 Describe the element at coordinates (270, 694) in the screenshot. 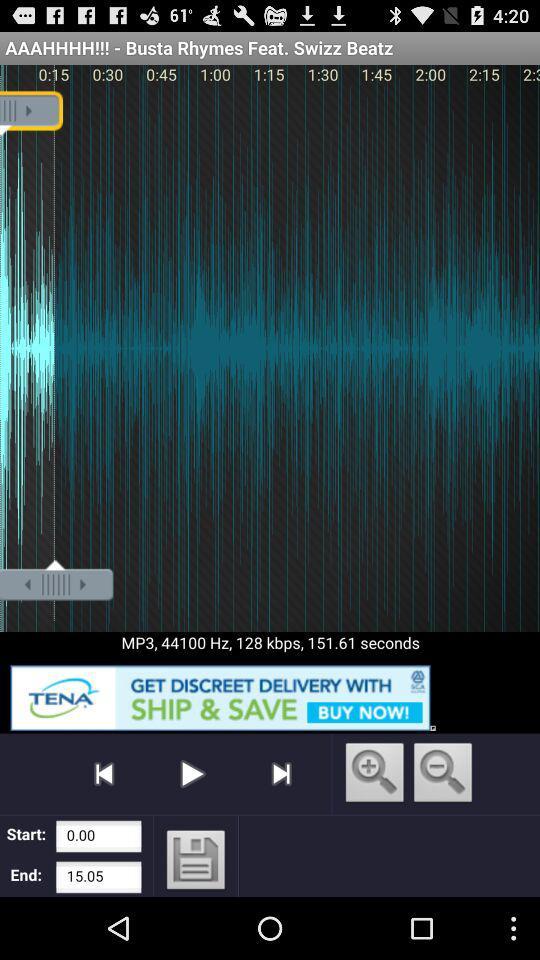

I see `banner advertisement` at that location.